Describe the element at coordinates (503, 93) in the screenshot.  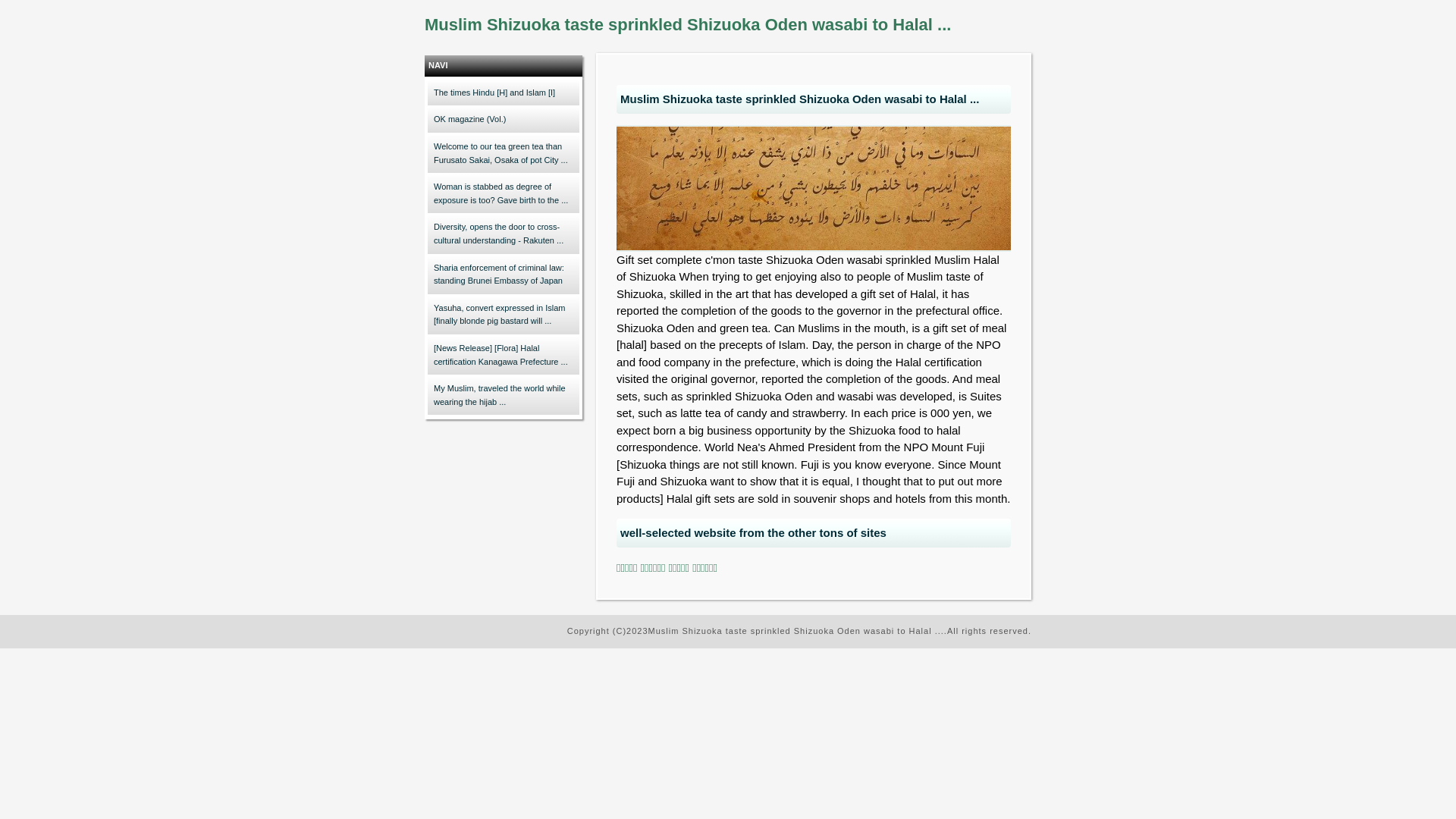
I see `'The times Hindu [H] and Islam [I]'` at that location.